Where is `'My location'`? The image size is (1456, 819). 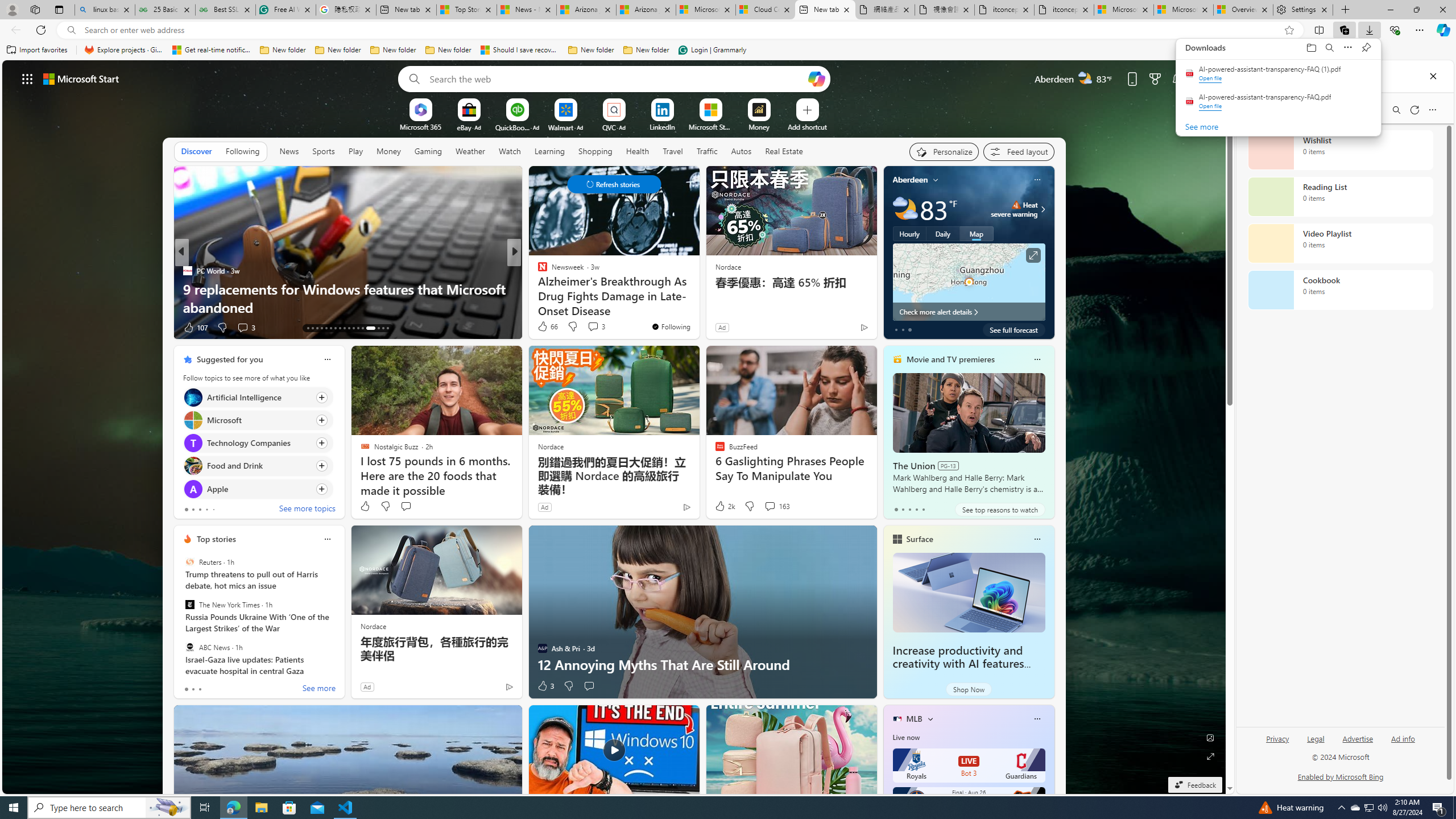
'My location' is located at coordinates (936, 179).